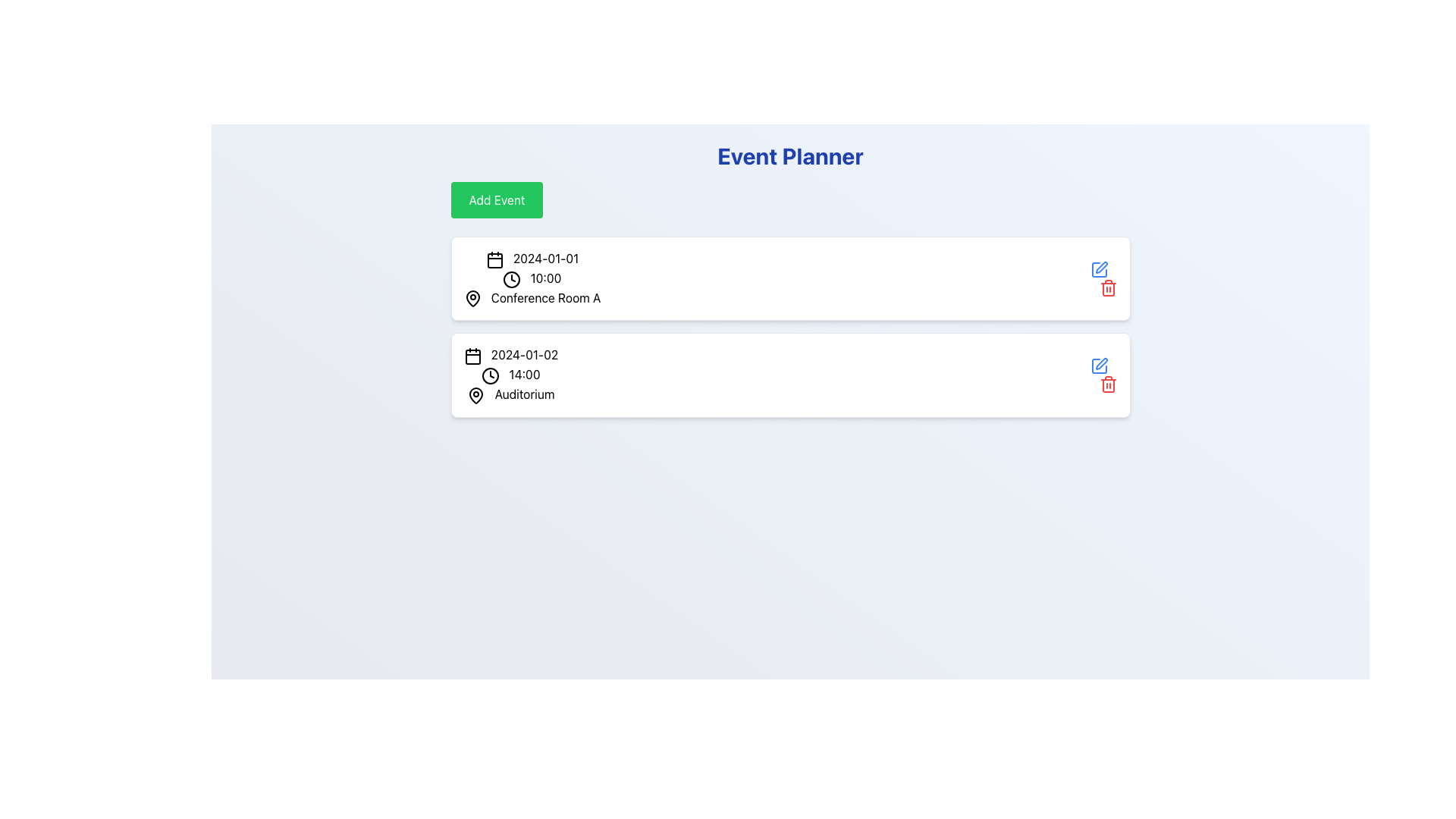 This screenshot has height=819, width=1456. Describe the element at coordinates (475, 394) in the screenshot. I see `the location pin icon next to the text 'Auditorium' within the second event card` at that location.